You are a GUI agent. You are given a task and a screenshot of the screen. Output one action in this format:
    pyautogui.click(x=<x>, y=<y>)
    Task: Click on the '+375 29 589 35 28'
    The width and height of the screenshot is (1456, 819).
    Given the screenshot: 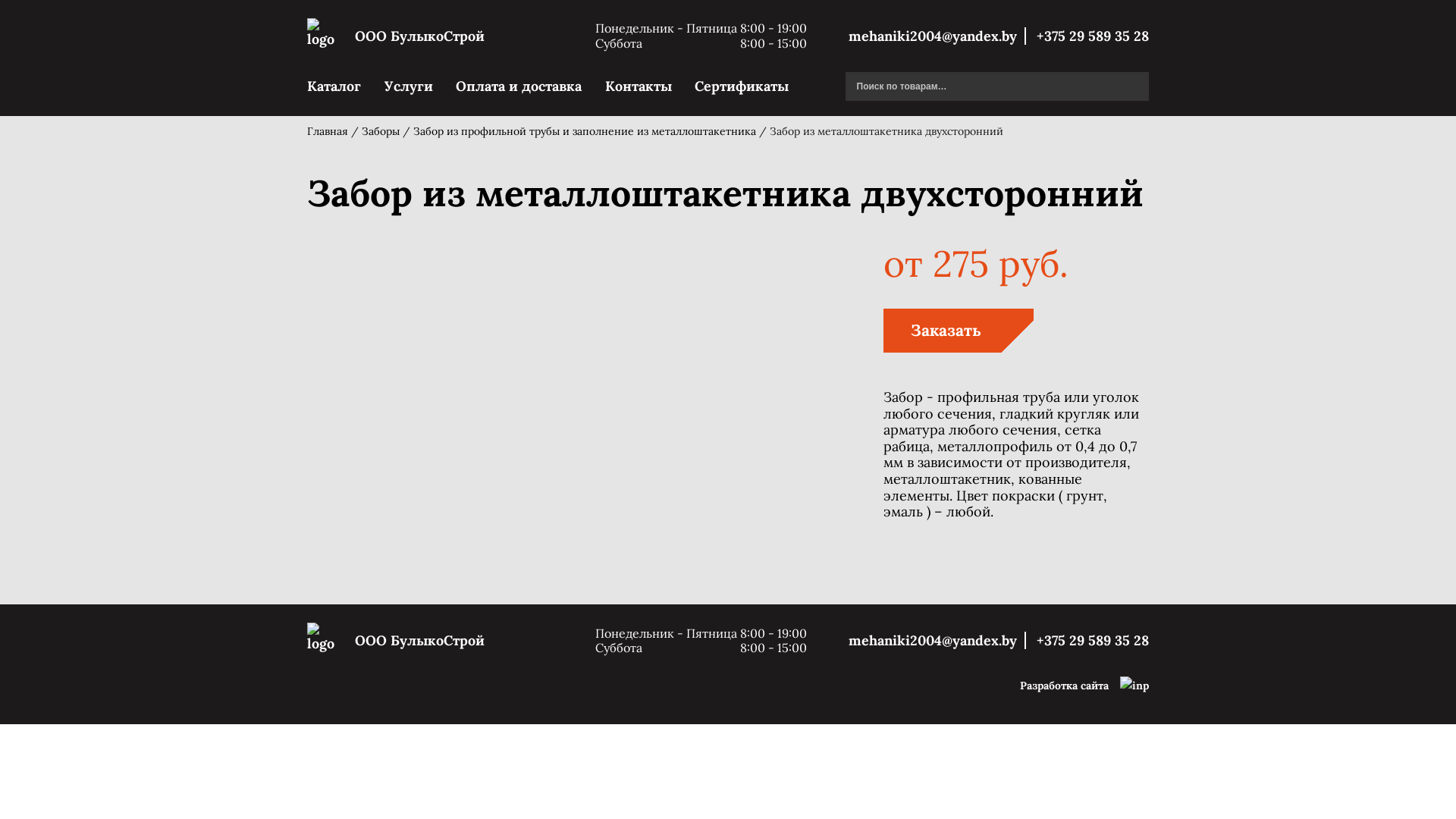 What is the action you would take?
    pyautogui.click(x=1029, y=35)
    